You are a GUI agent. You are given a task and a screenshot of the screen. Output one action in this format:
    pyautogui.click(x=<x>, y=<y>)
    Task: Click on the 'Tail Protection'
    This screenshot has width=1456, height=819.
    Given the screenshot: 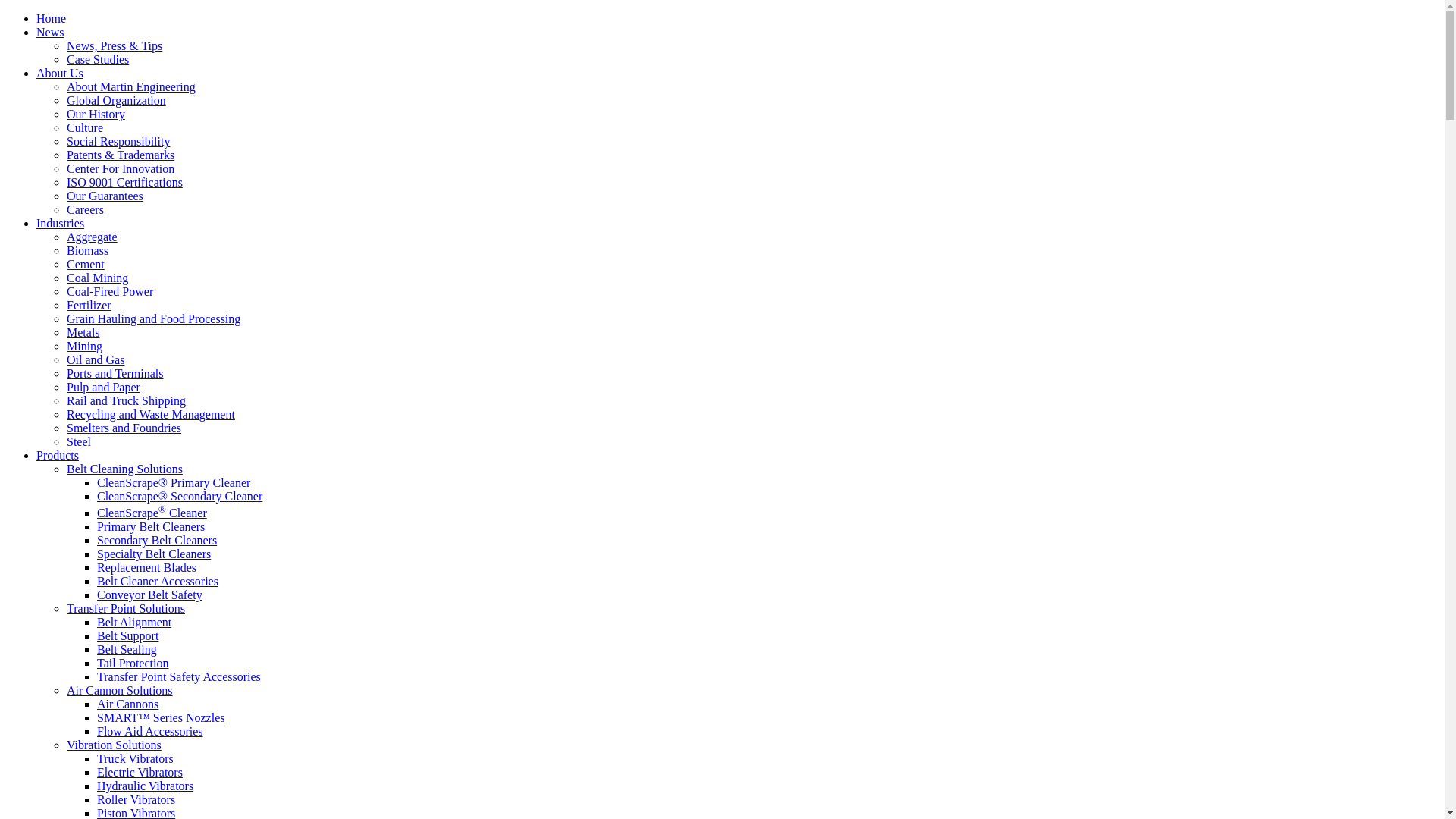 What is the action you would take?
    pyautogui.click(x=132, y=662)
    